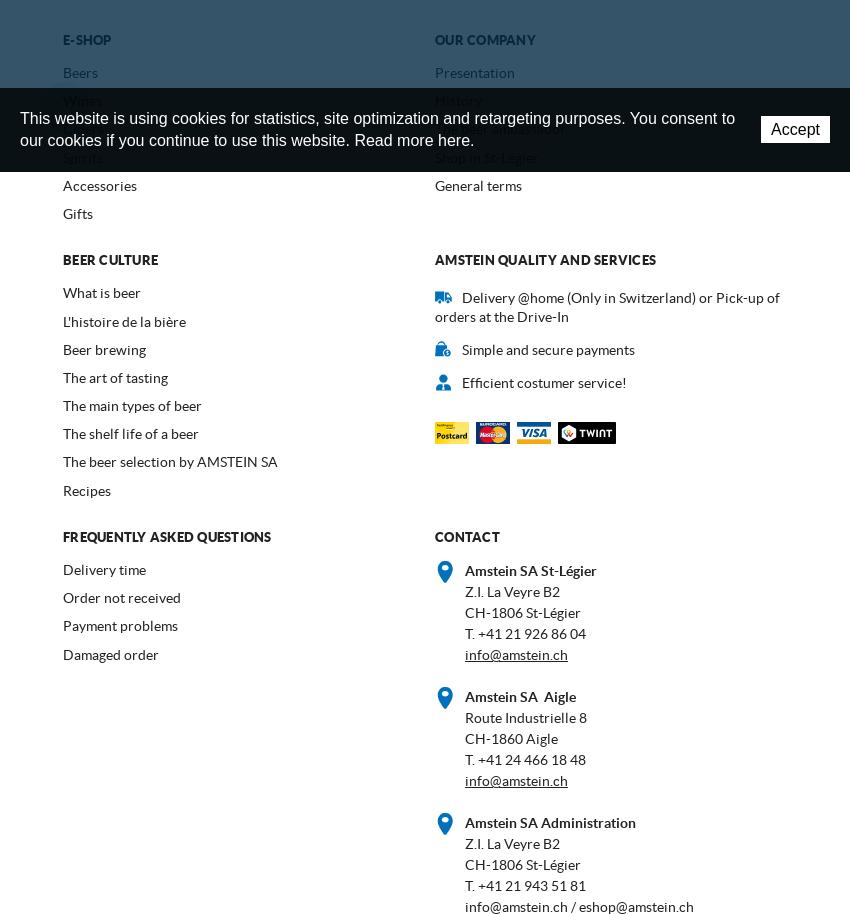 Image resolution: width=850 pixels, height=914 pixels. What do you see at coordinates (549, 821) in the screenshot?
I see `'Amstein SA Administration'` at bounding box center [549, 821].